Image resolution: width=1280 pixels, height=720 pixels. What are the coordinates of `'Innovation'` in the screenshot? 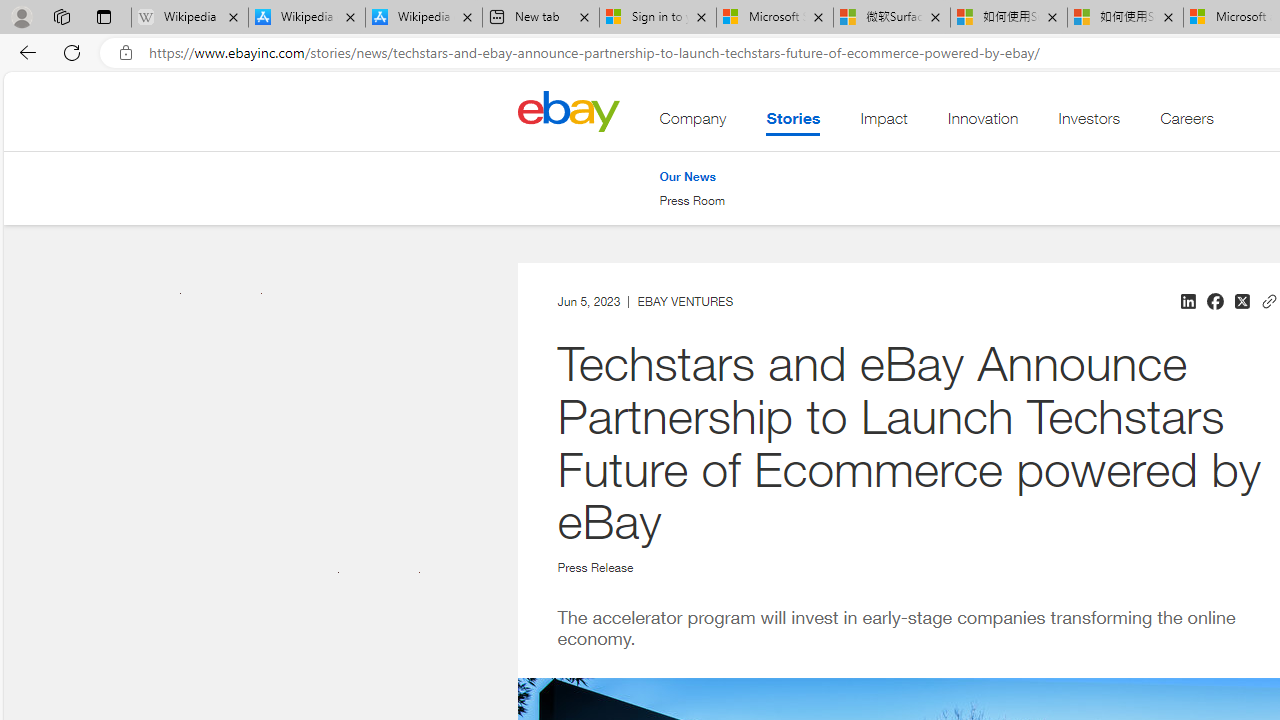 It's located at (983, 123).